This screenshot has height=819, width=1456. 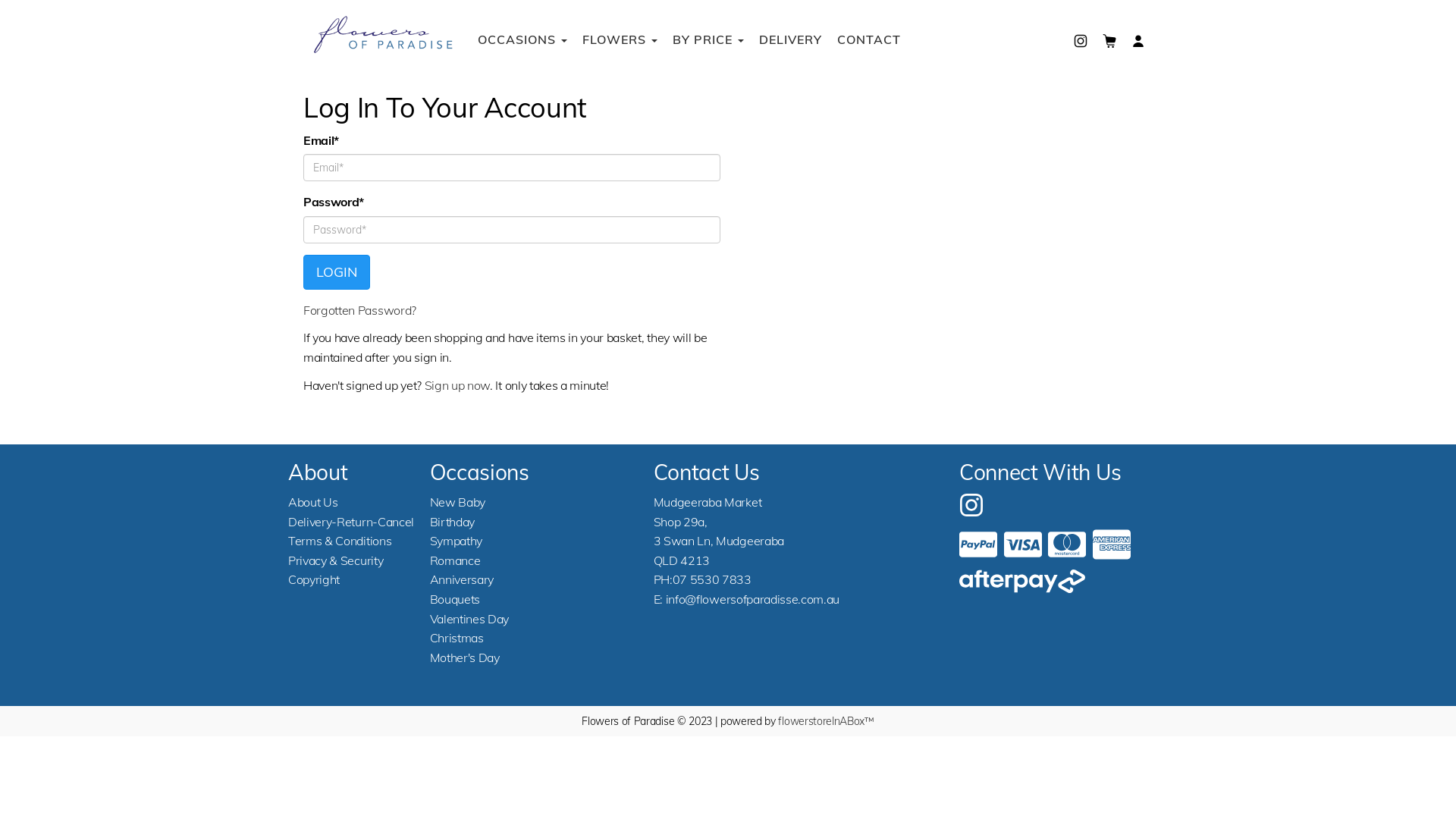 What do you see at coordinates (454, 560) in the screenshot?
I see `'Romance'` at bounding box center [454, 560].